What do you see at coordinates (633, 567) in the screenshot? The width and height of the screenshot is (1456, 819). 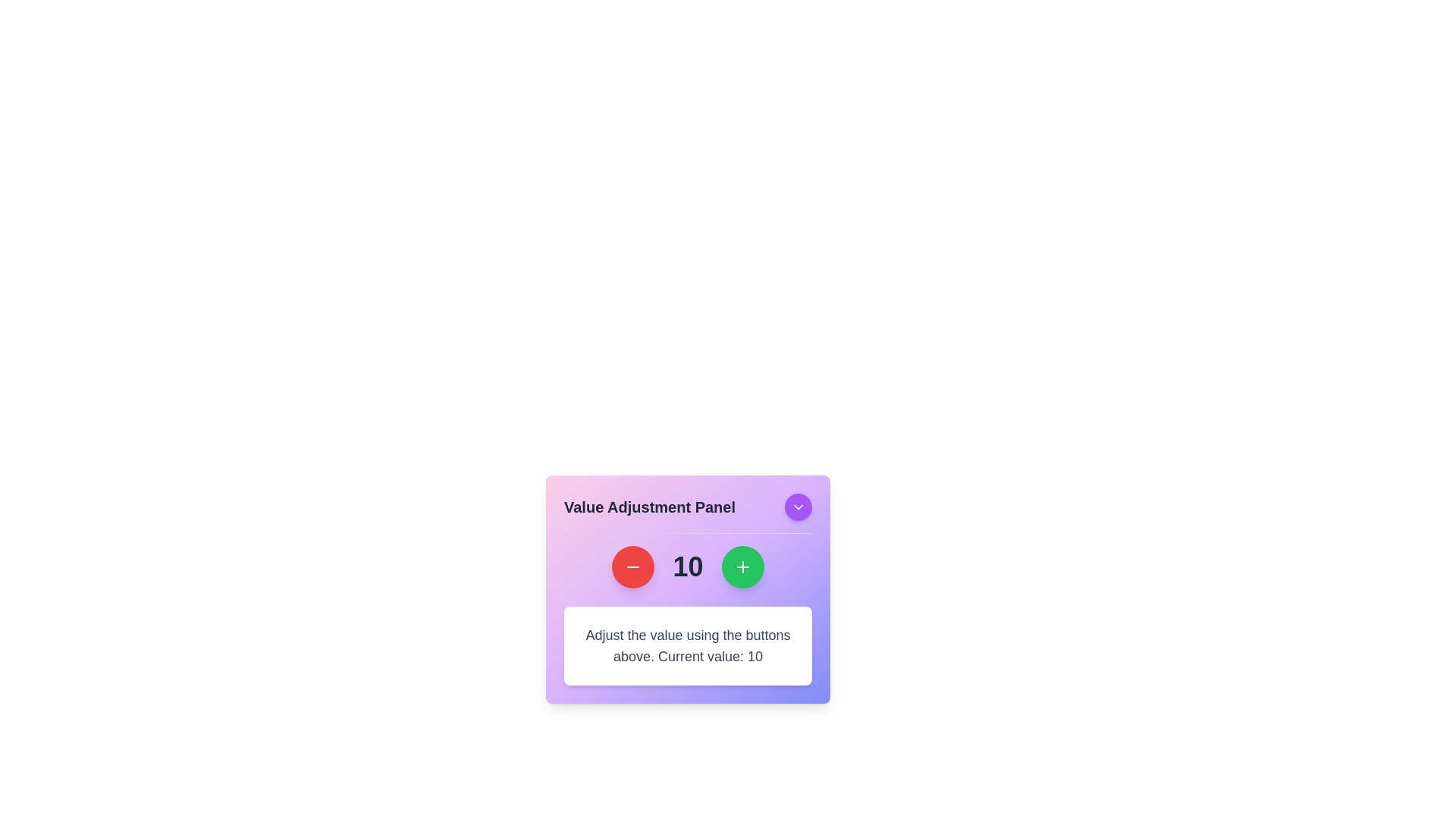 I see `the red circular button with a white horizontal minus symbol to decrease the value in the adjustment interface` at bounding box center [633, 567].